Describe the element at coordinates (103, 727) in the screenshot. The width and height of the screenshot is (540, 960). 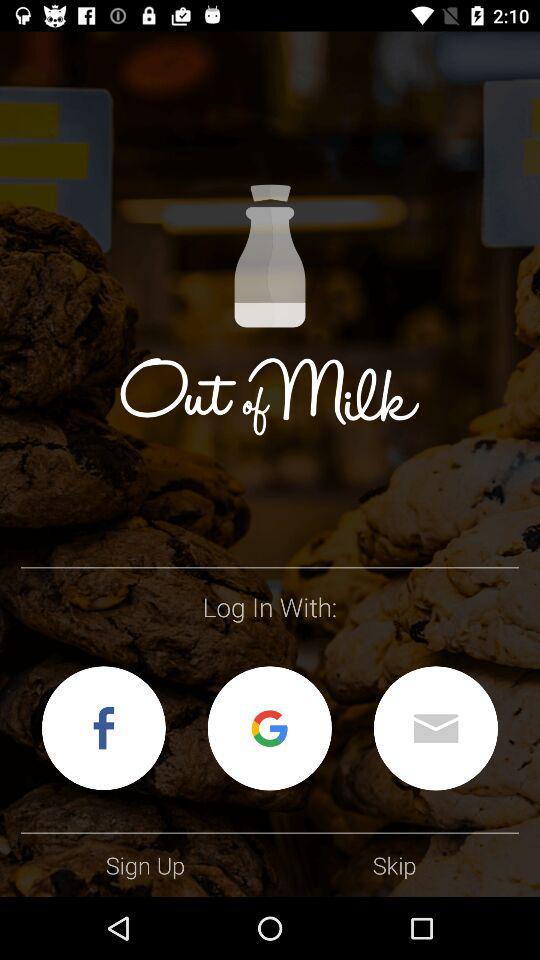
I see `connect this to facebook` at that location.